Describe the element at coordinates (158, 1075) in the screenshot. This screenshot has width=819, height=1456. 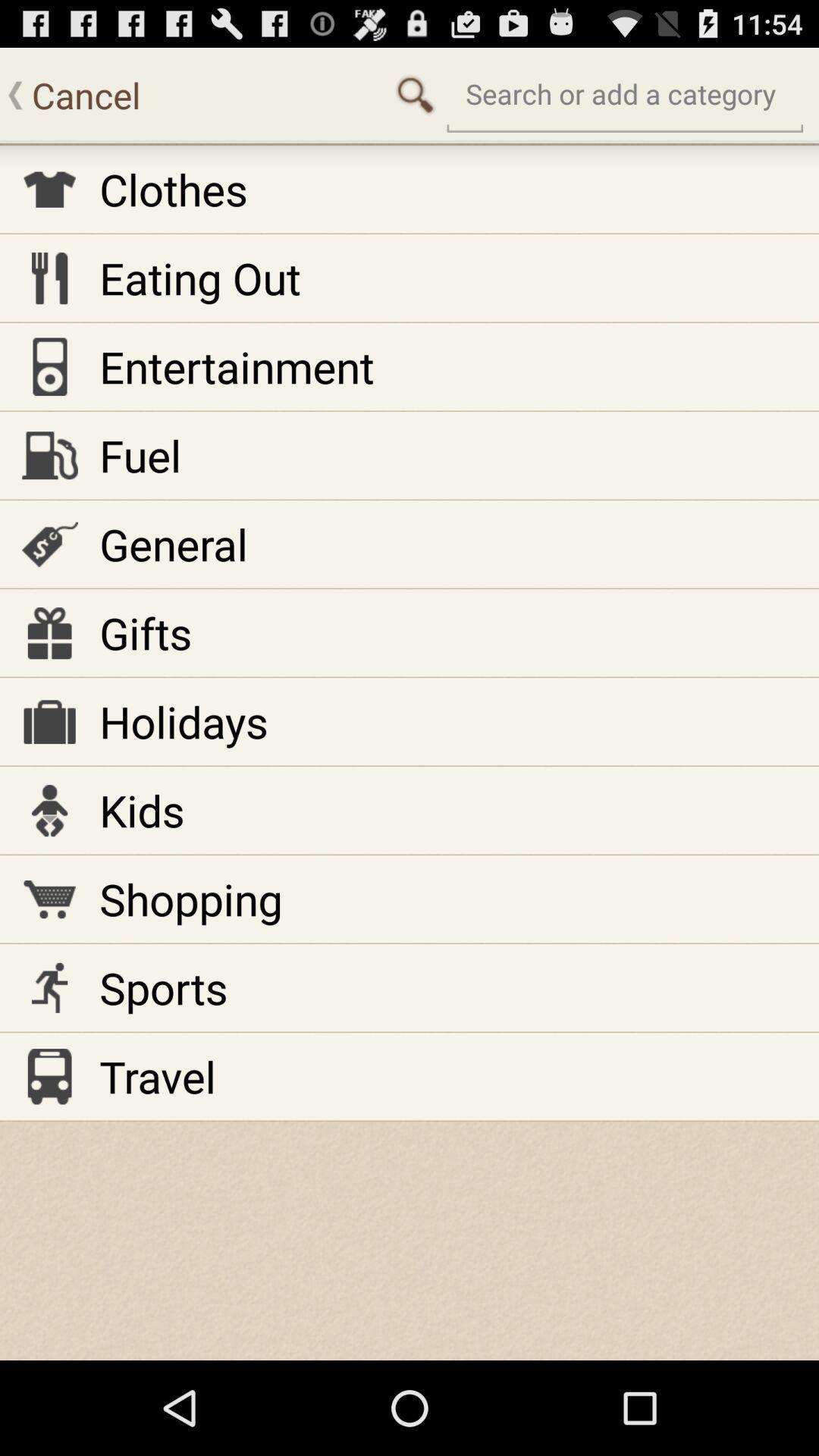
I see `the travel icon` at that location.